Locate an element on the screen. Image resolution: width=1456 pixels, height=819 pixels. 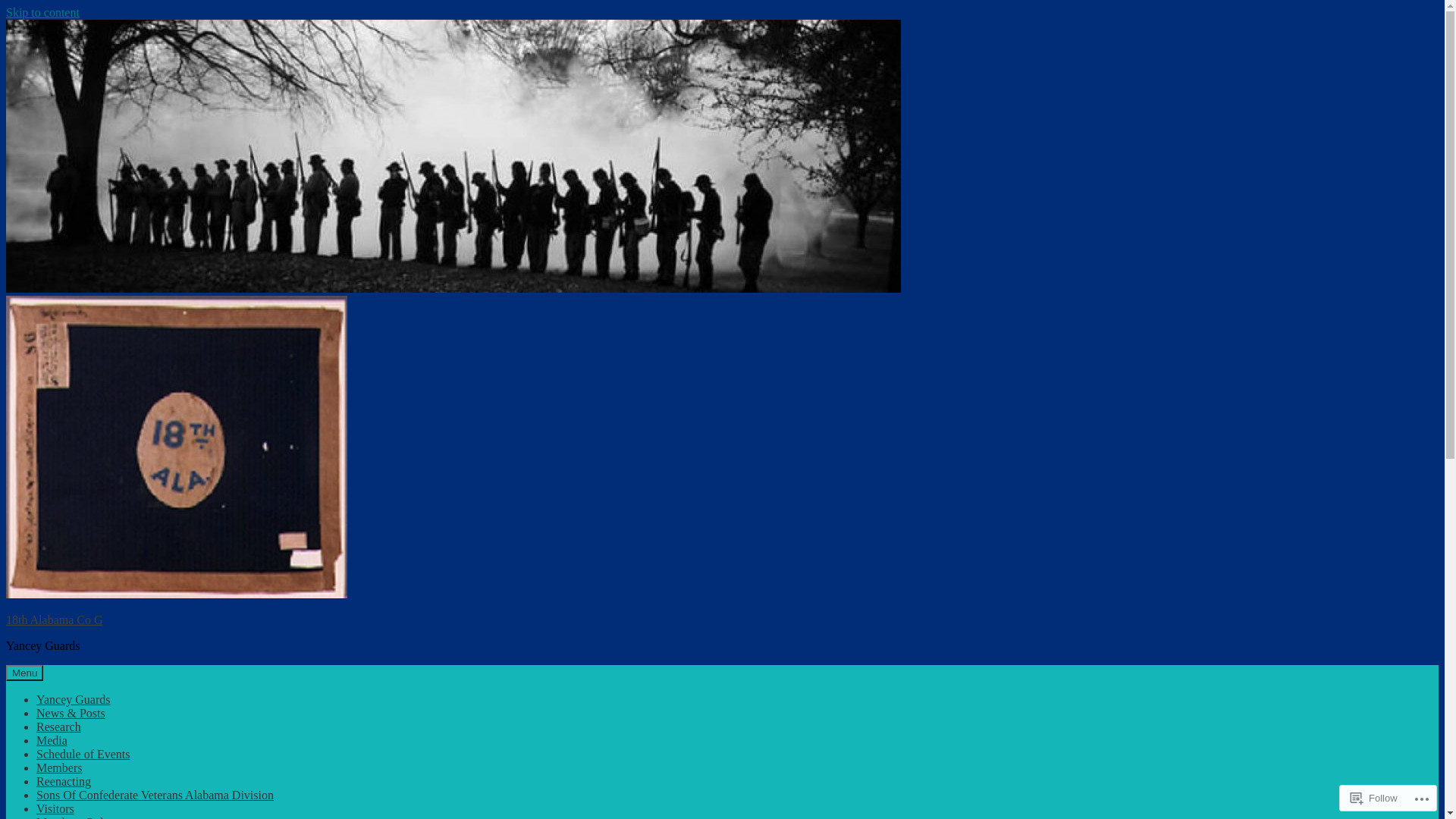
'Visitors' is located at coordinates (55, 808).